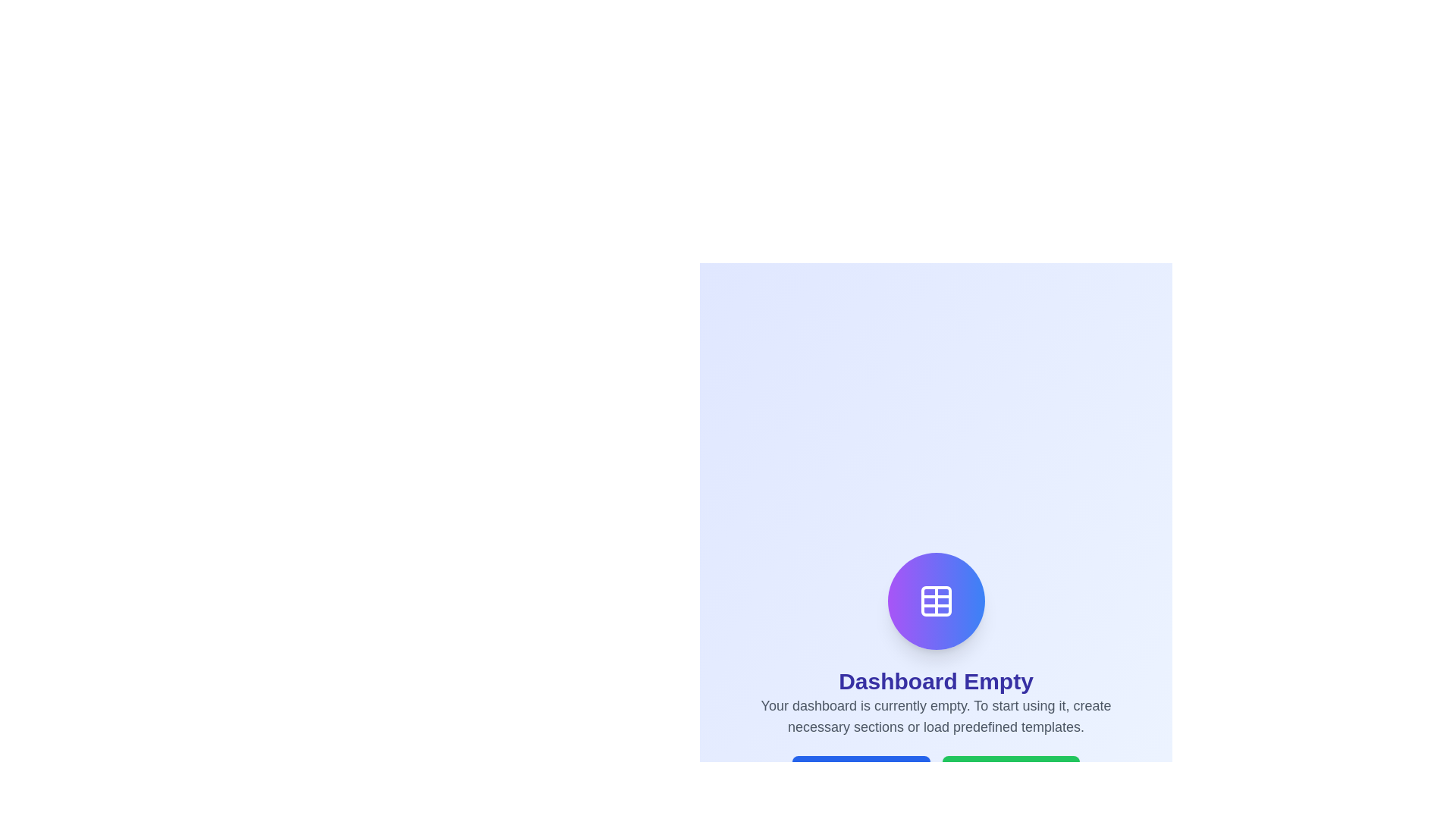 The width and height of the screenshot is (1456, 819). Describe the element at coordinates (935, 680) in the screenshot. I see `text label that displays 'Dashboard Empty', which is prominently positioned within the dashboard interface` at that location.